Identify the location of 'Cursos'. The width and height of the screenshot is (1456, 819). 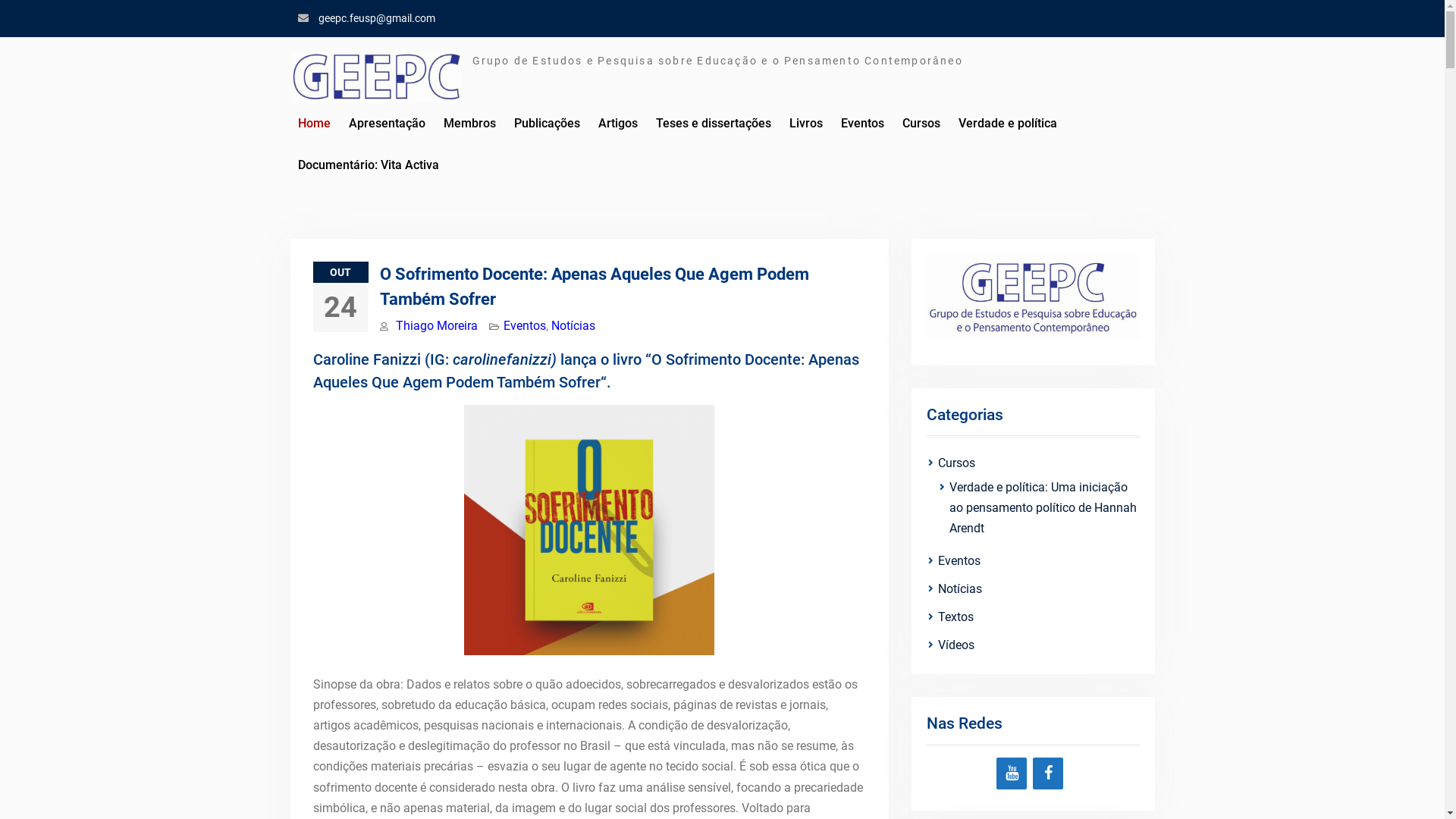
(937, 462).